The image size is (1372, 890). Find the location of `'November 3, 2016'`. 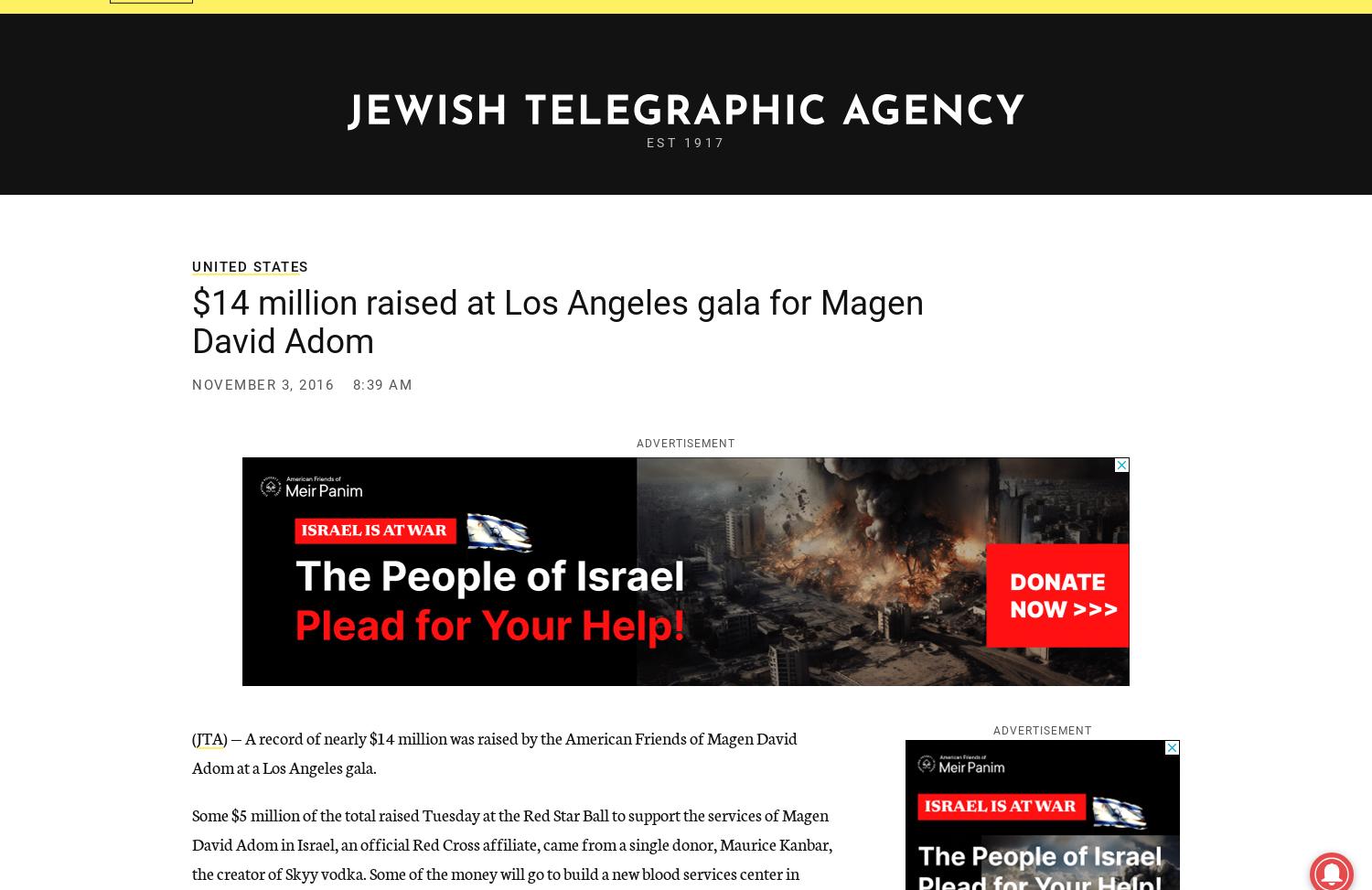

'November 3, 2016' is located at coordinates (191, 384).